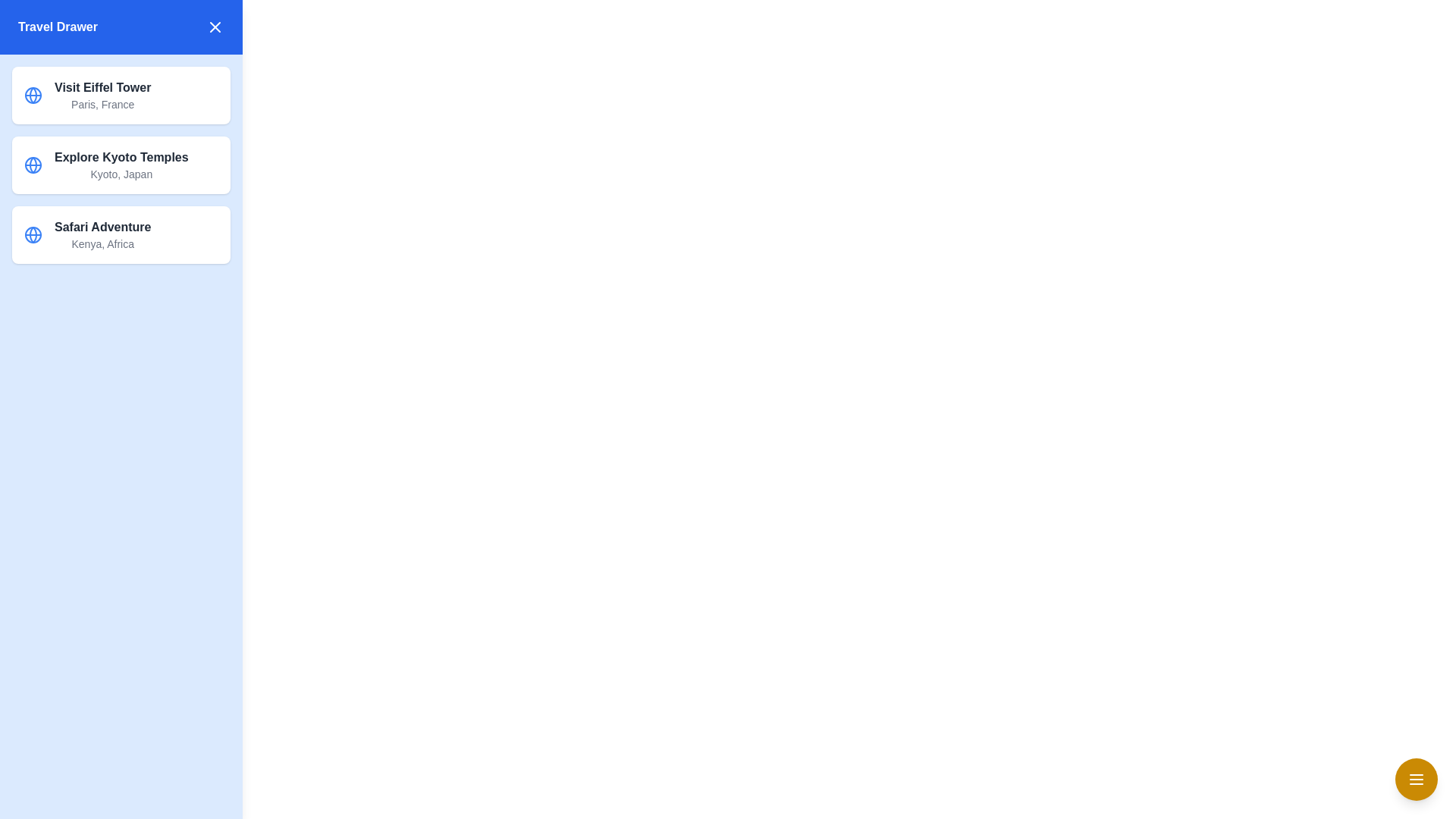 The image size is (1456, 819). What do you see at coordinates (120, 234) in the screenshot?
I see `the 'Safari Adventure' button, which is a rectangular card with a white background, rounded corners, and a blue globe icon, located in the light blue sidebar` at bounding box center [120, 234].